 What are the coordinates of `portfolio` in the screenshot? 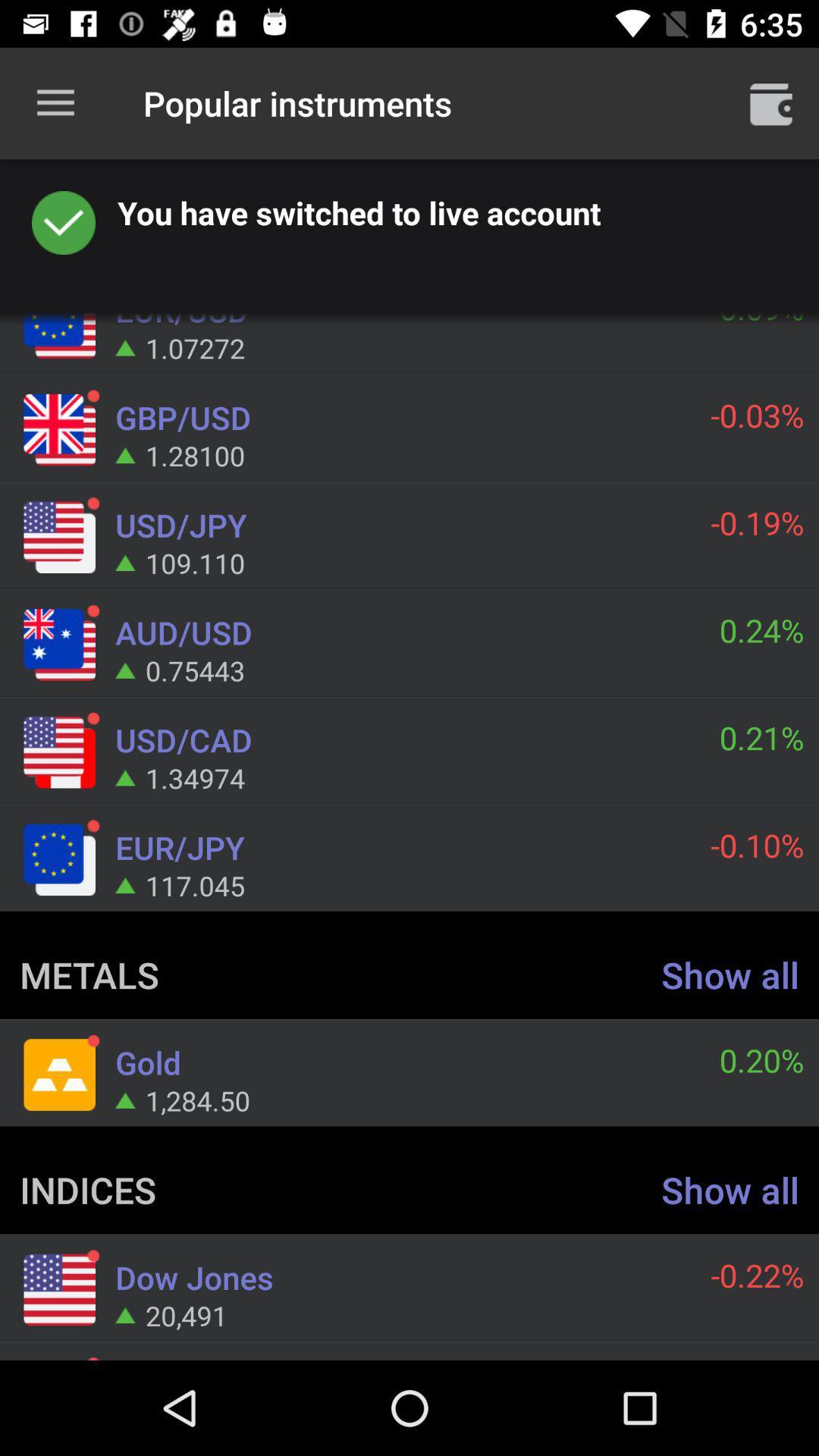 It's located at (771, 102).